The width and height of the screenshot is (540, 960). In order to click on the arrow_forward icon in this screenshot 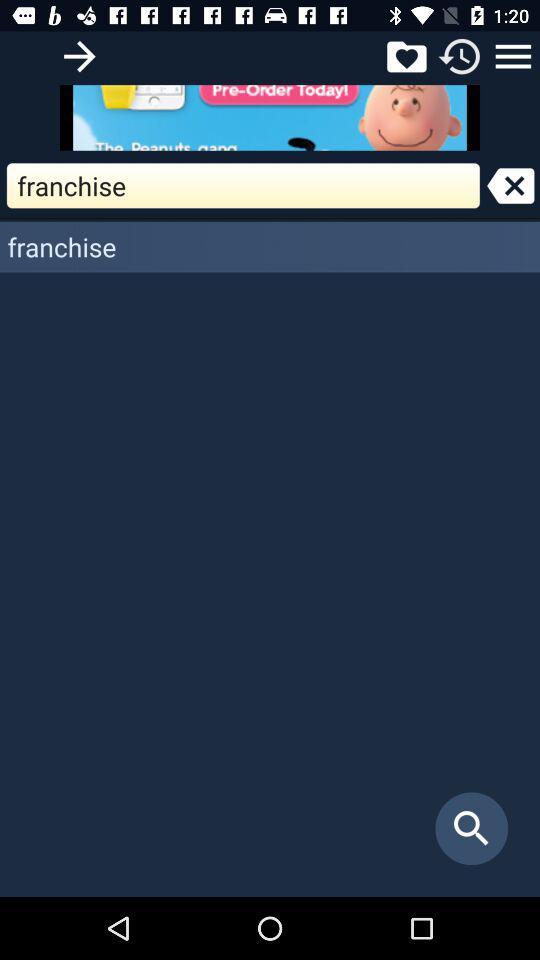, I will do `click(78, 55)`.